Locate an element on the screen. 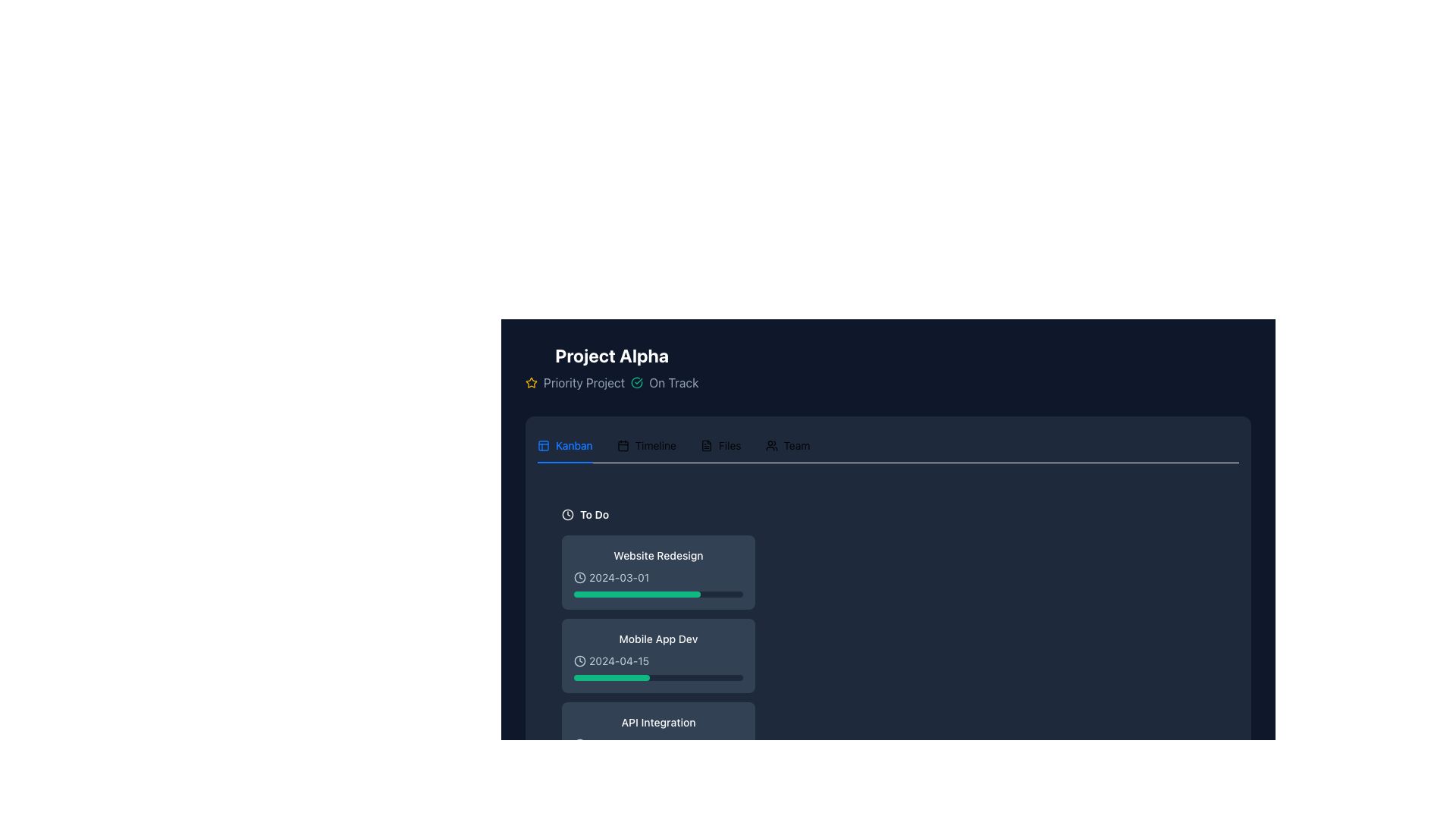 This screenshot has width=1456, height=819. the small outlined icon resembling a group of people, located to the left of the 'Team' label in the navigation bar under the Project Alpha header is located at coordinates (771, 444).